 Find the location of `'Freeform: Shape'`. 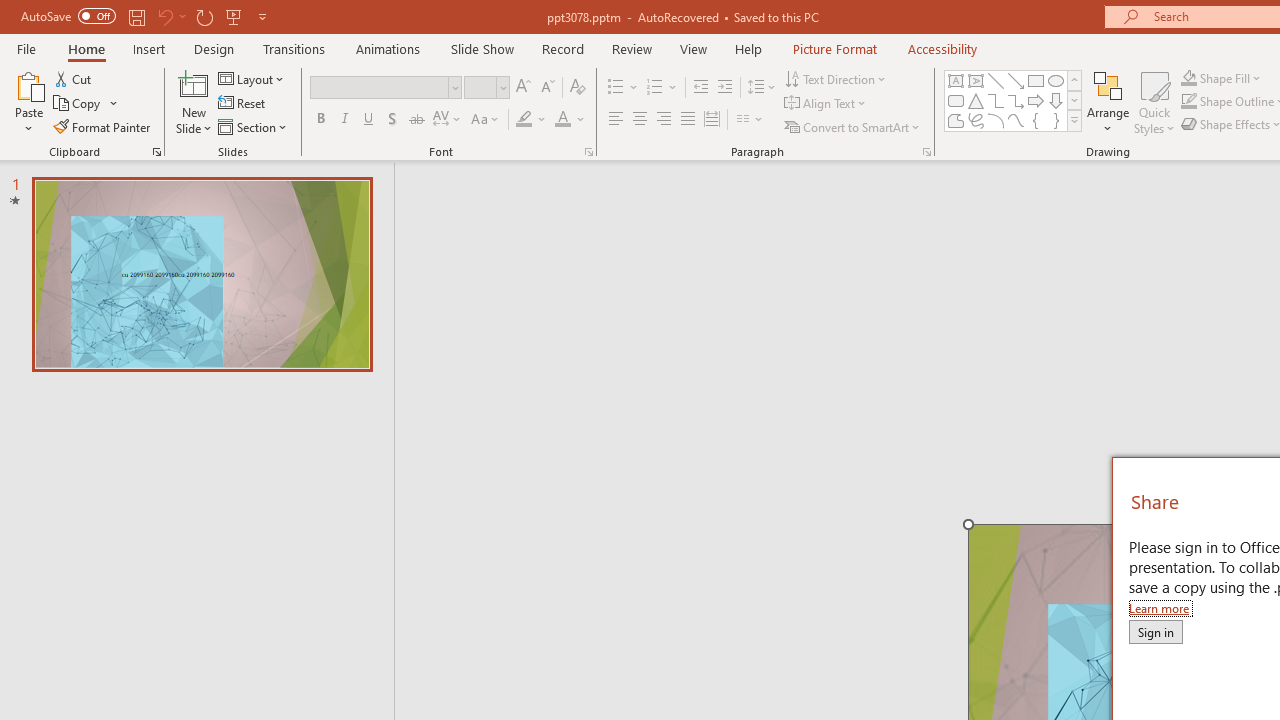

'Freeform: Shape' is located at coordinates (955, 120).